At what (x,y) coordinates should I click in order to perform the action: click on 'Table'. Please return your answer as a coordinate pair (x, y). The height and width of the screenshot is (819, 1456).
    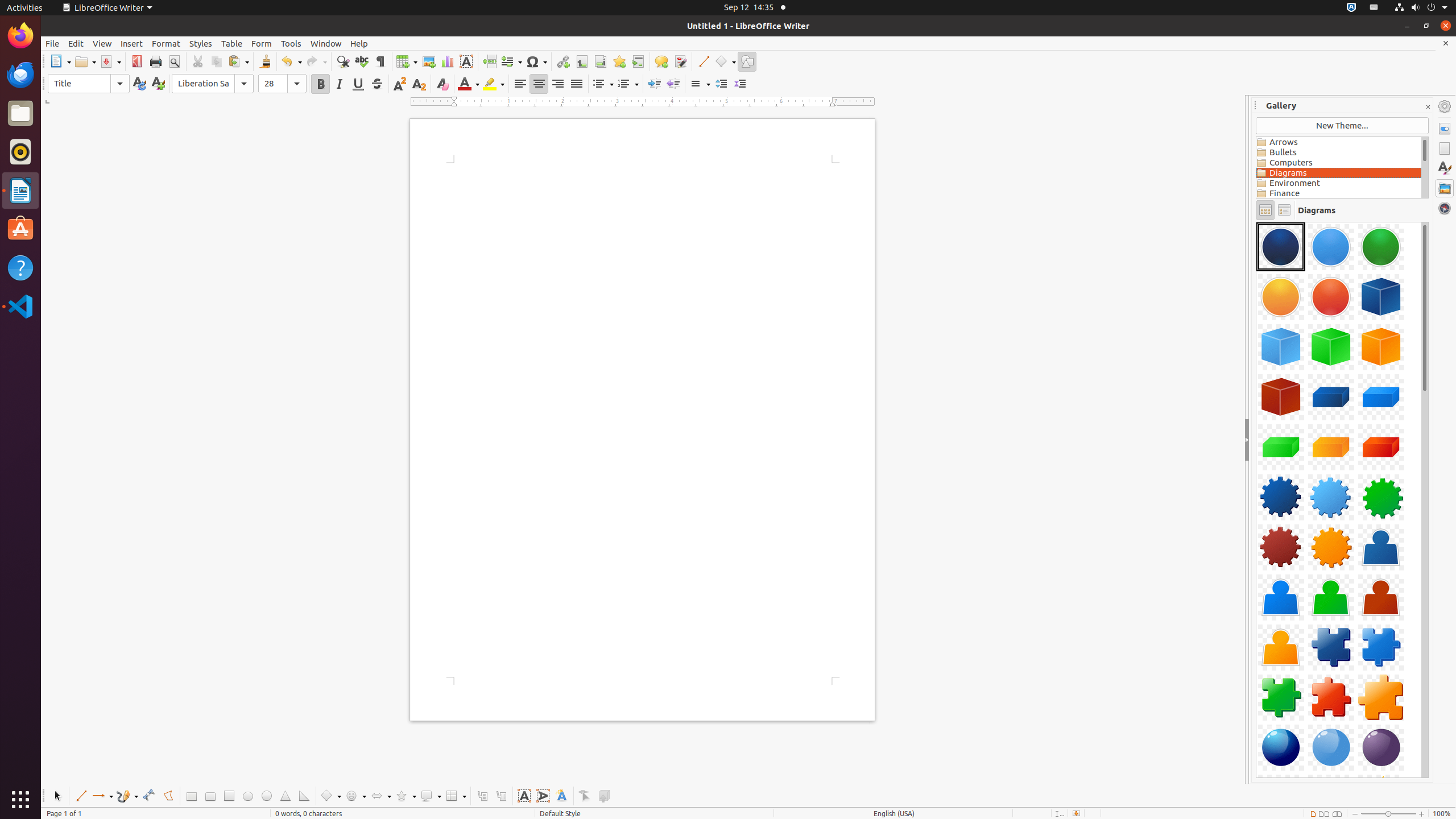
    Looking at the image, I should click on (231, 43).